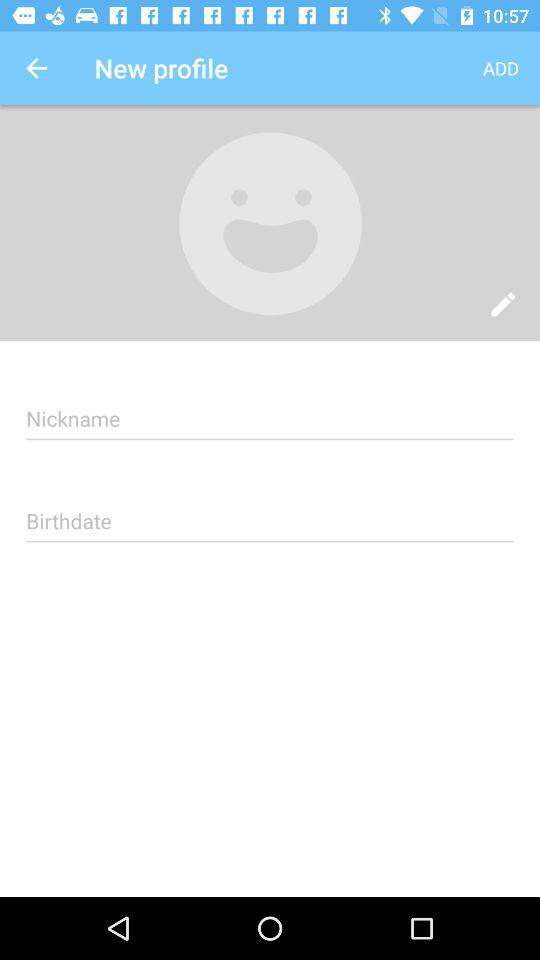 The image size is (540, 960). What do you see at coordinates (500, 68) in the screenshot?
I see `the app to the right of new profile` at bounding box center [500, 68].